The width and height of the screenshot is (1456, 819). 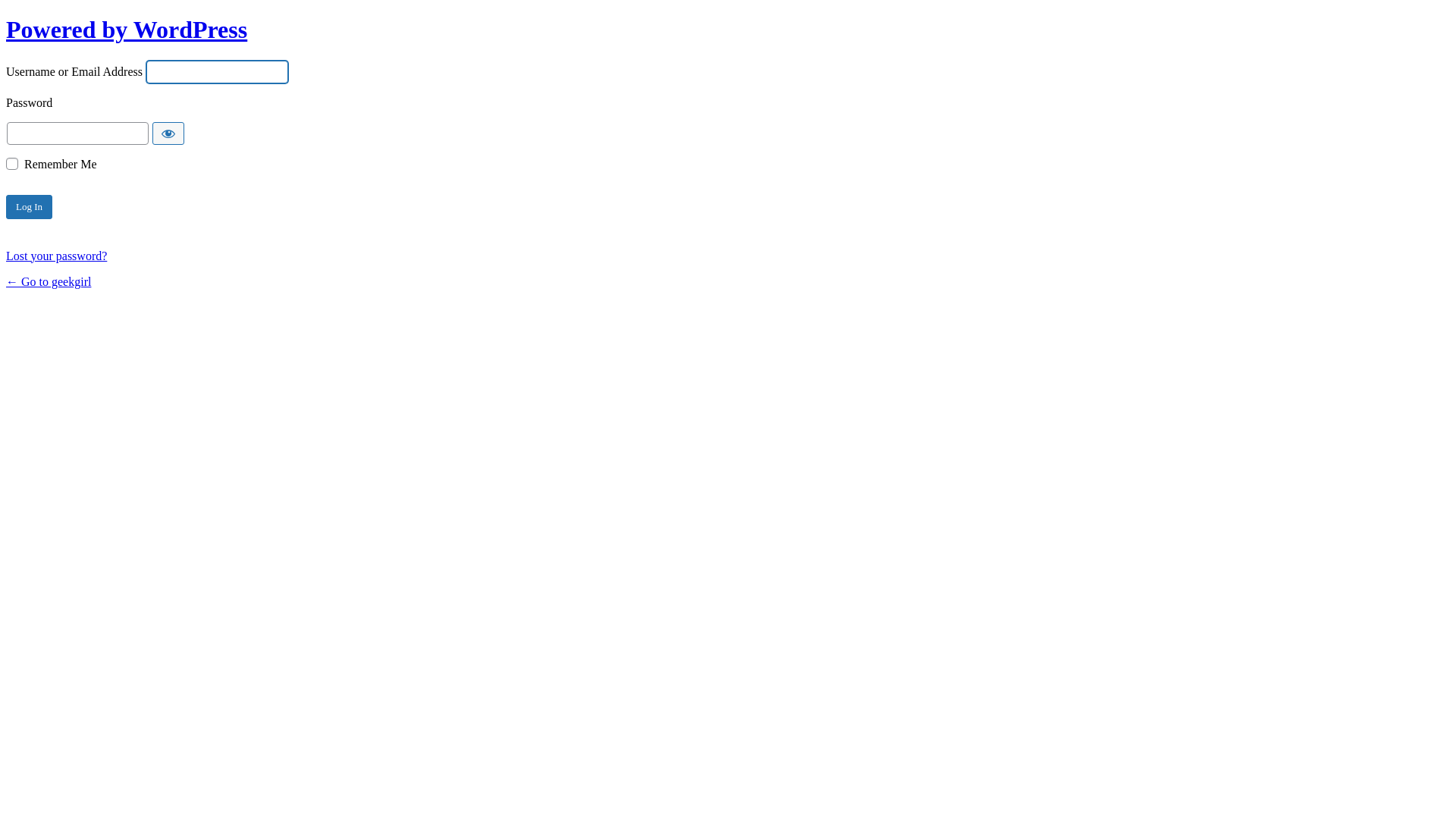 I want to click on 'Log In', so click(x=29, y=207).